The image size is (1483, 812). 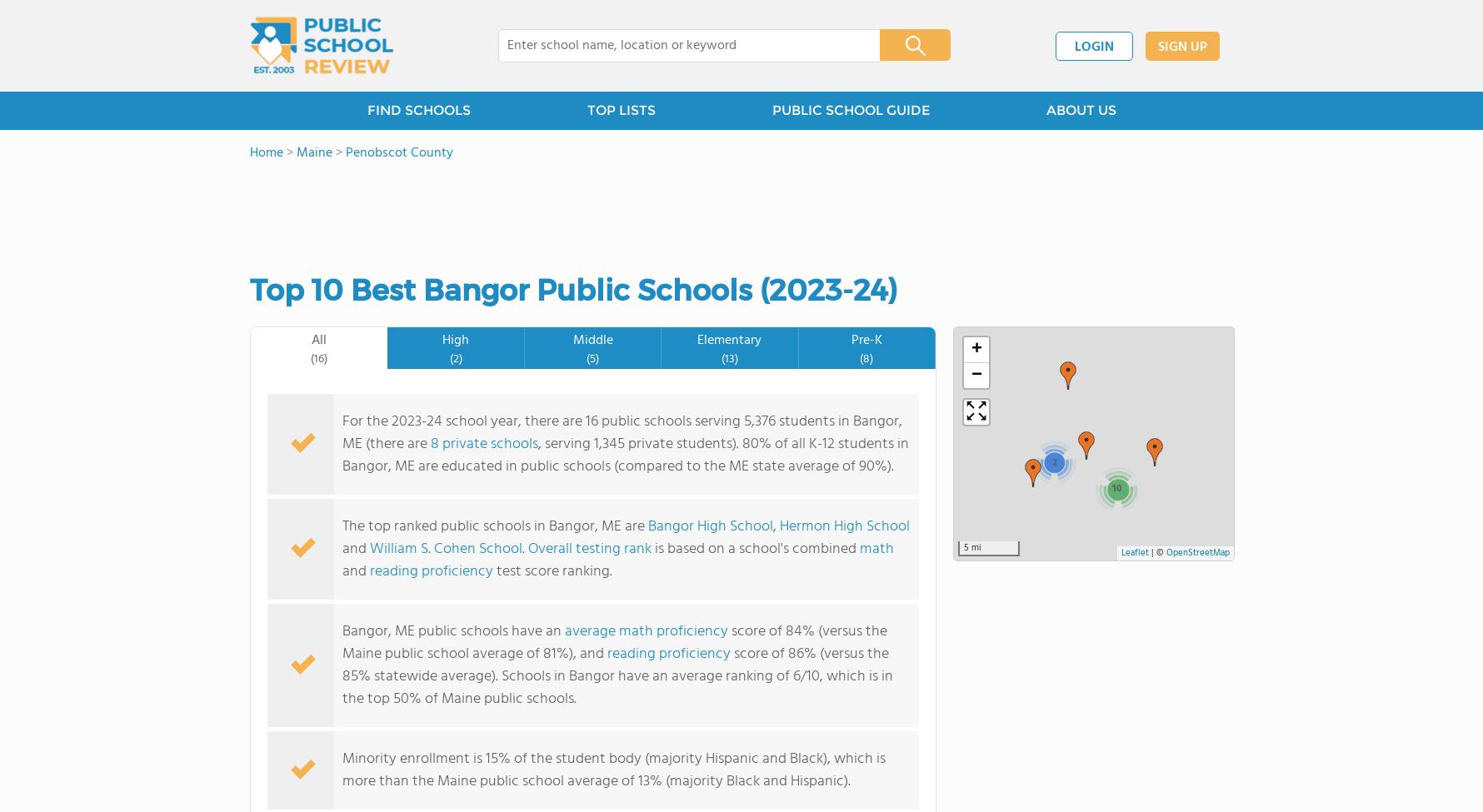 What do you see at coordinates (772, 58) in the screenshot?
I see `'PK-3'` at bounding box center [772, 58].